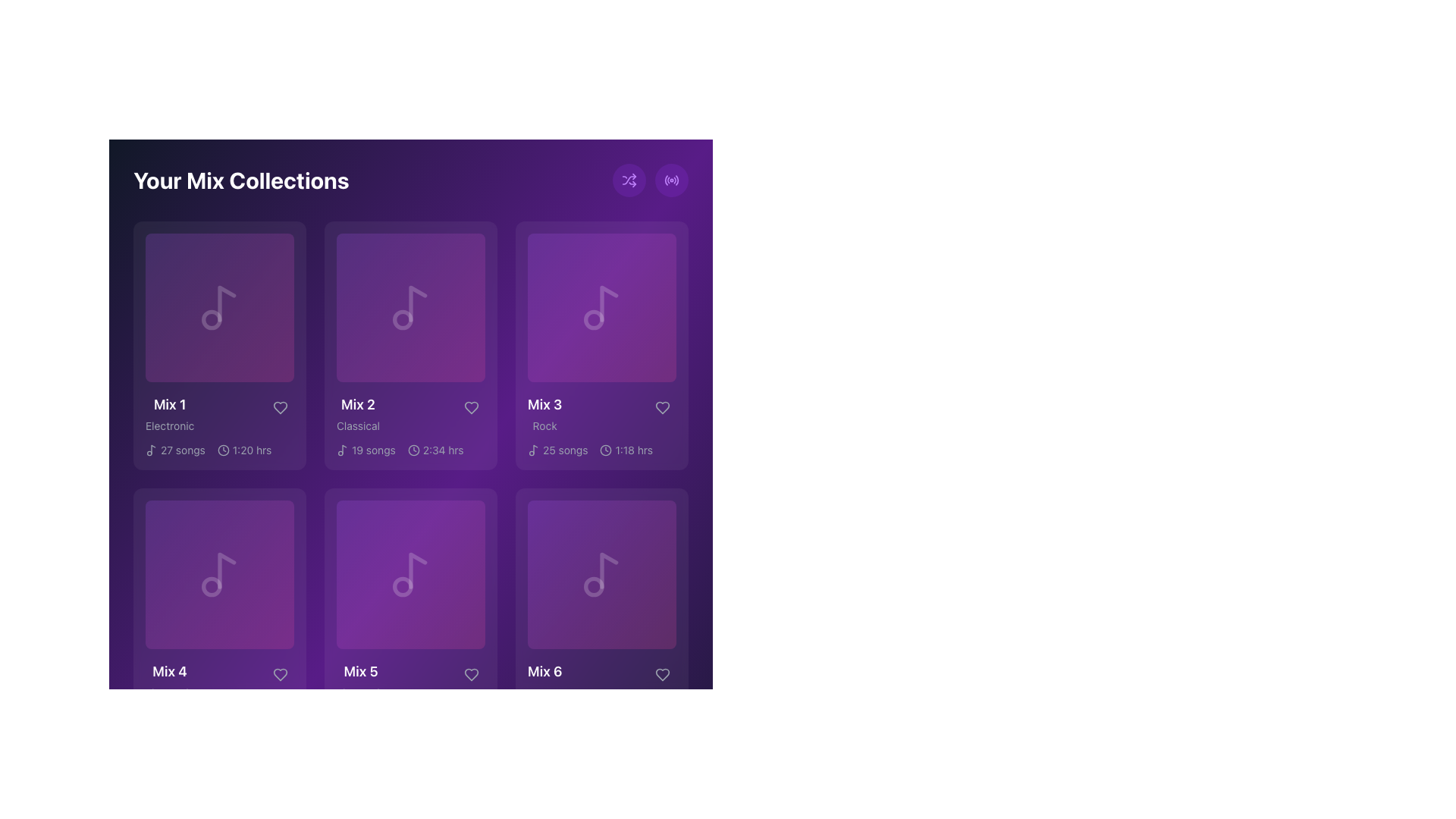 The image size is (1456, 819). What do you see at coordinates (280, 674) in the screenshot?
I see `the favorite icon at the bottom-right corner of the 'Mix 4' card` at bounding box center [280, 674].